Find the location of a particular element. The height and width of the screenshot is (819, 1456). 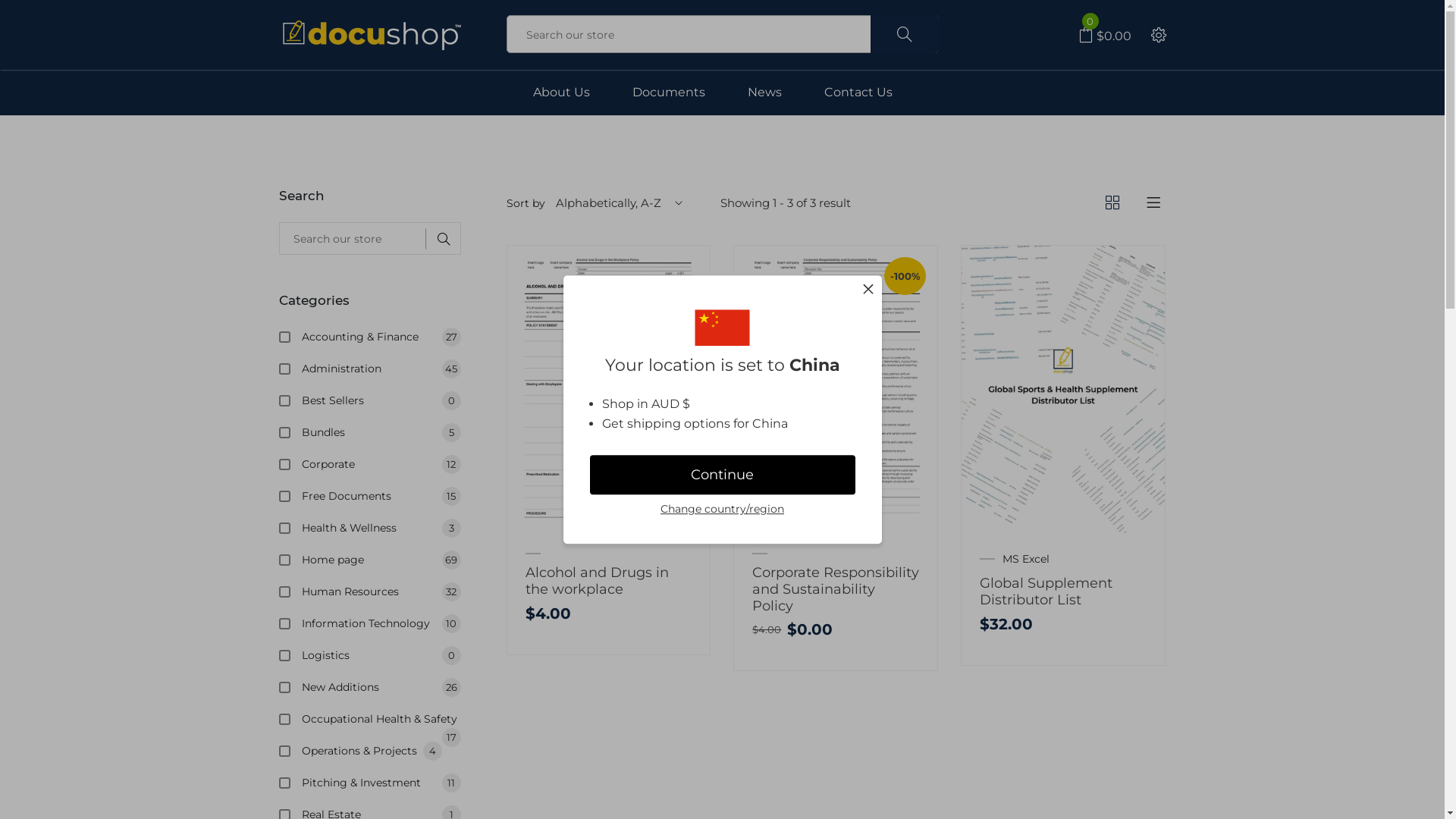

'Continue' is located at coordinates (722, 475).